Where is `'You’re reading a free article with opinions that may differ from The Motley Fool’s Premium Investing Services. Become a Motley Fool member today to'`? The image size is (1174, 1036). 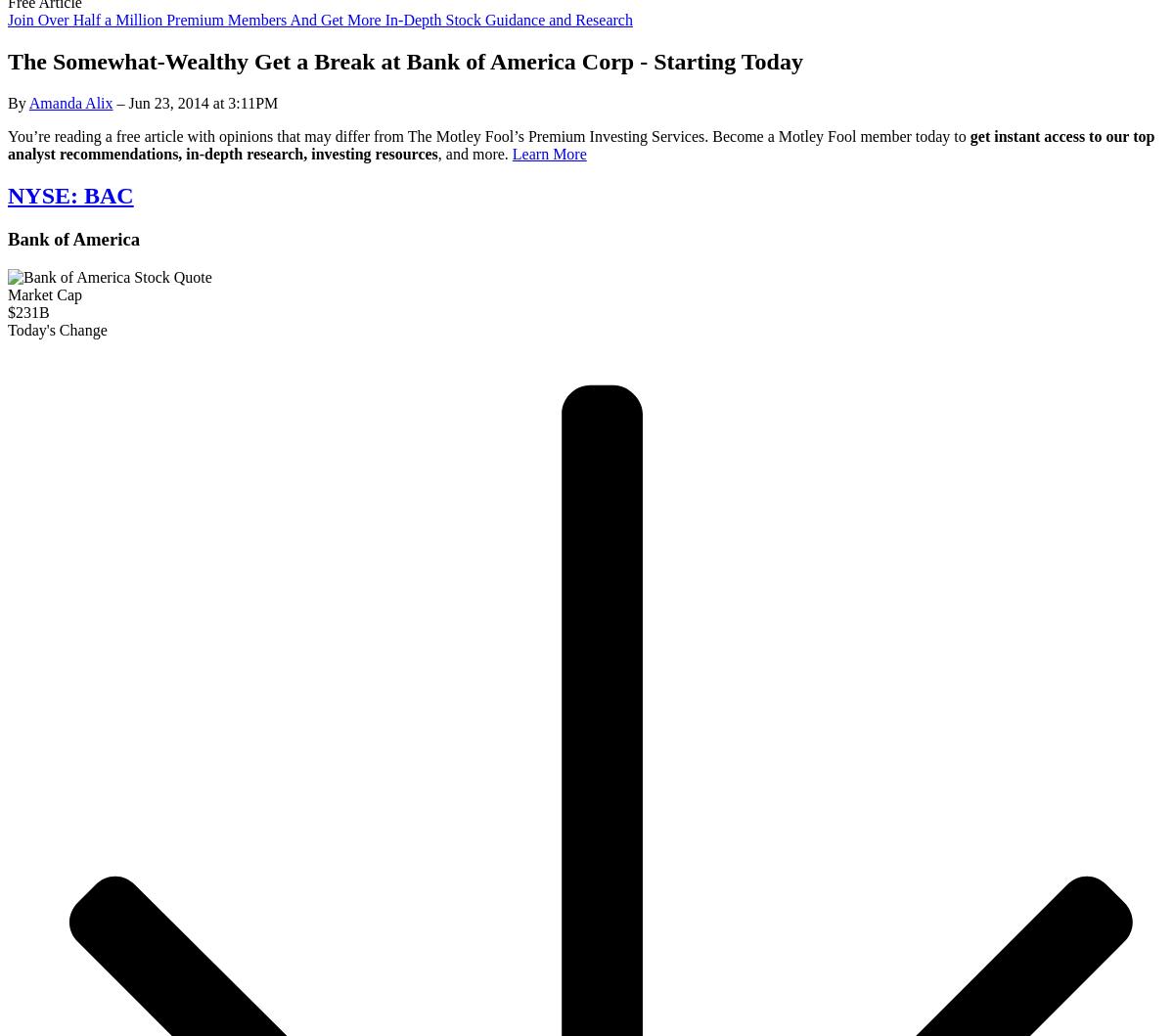 'You’re reading a free article with opinions that may differ from The Motley Fool’s Premium Investing Services. Become a Motley Fool member today to' is located at coordinates (487, 135).